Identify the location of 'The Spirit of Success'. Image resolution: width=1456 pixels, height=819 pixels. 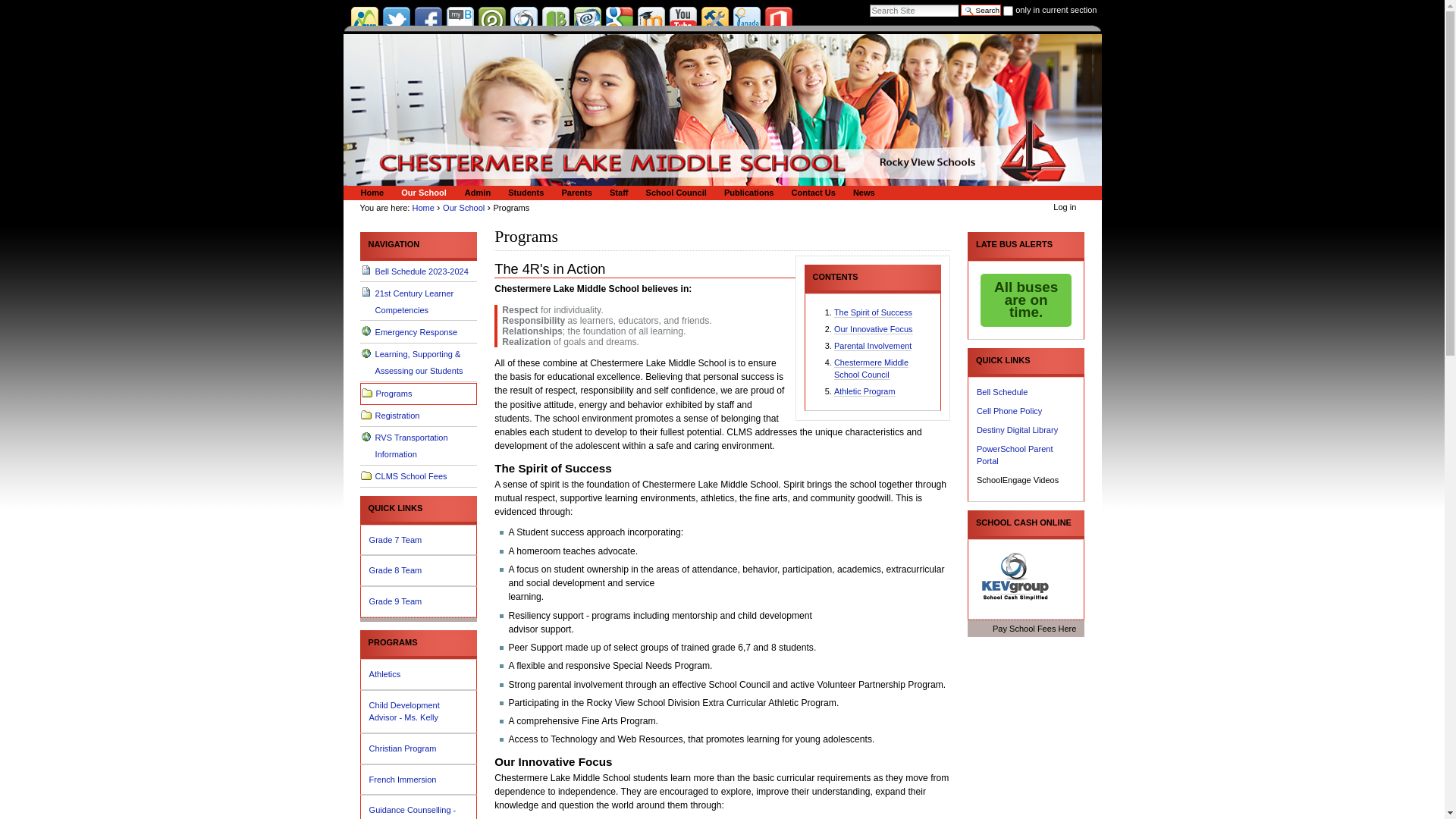
(873, 312).